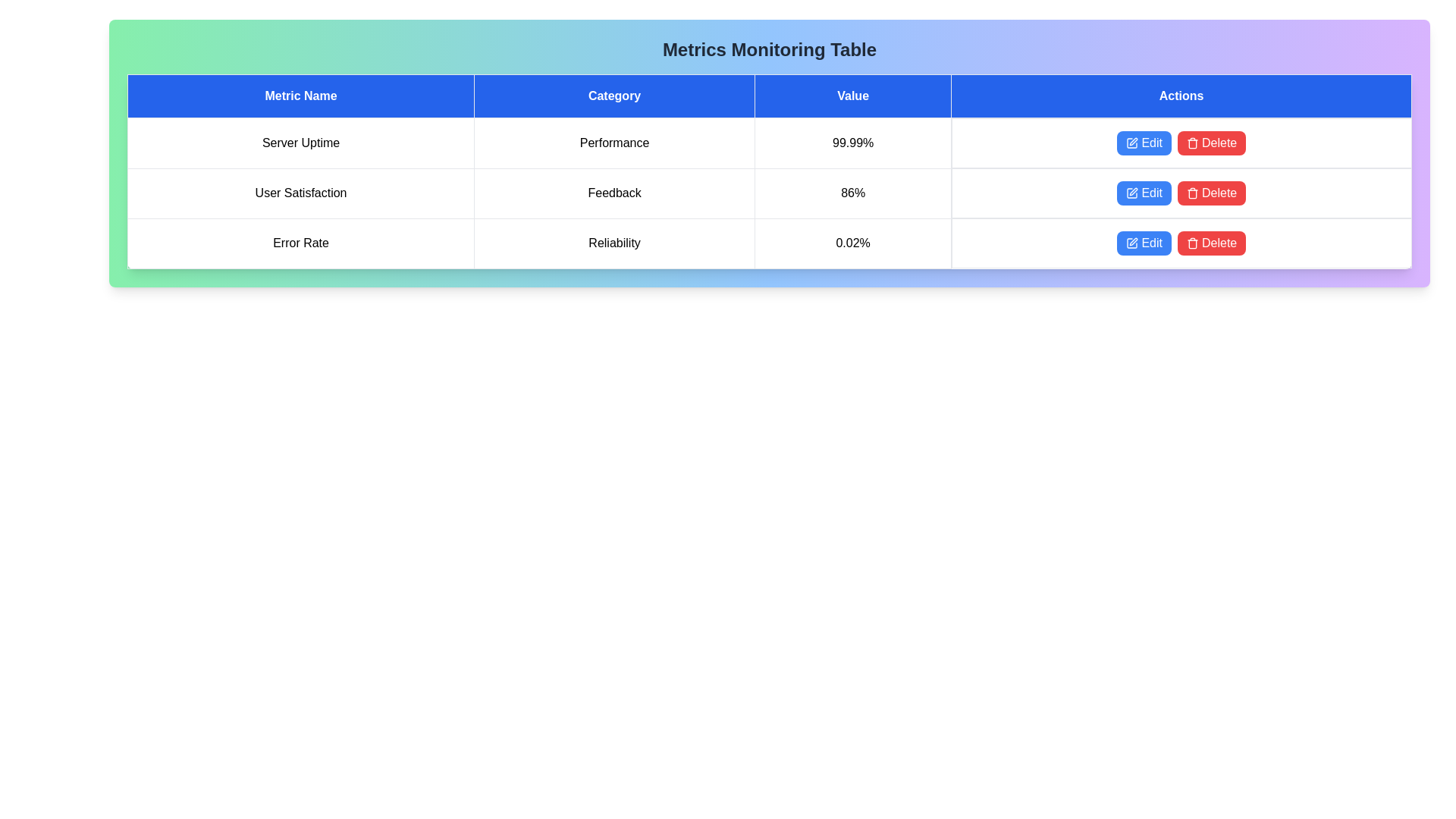  Describe the element at coordinates (1211, 242) in the screenshot. I see `the delete button for the metric entry Error Rate` at that location.